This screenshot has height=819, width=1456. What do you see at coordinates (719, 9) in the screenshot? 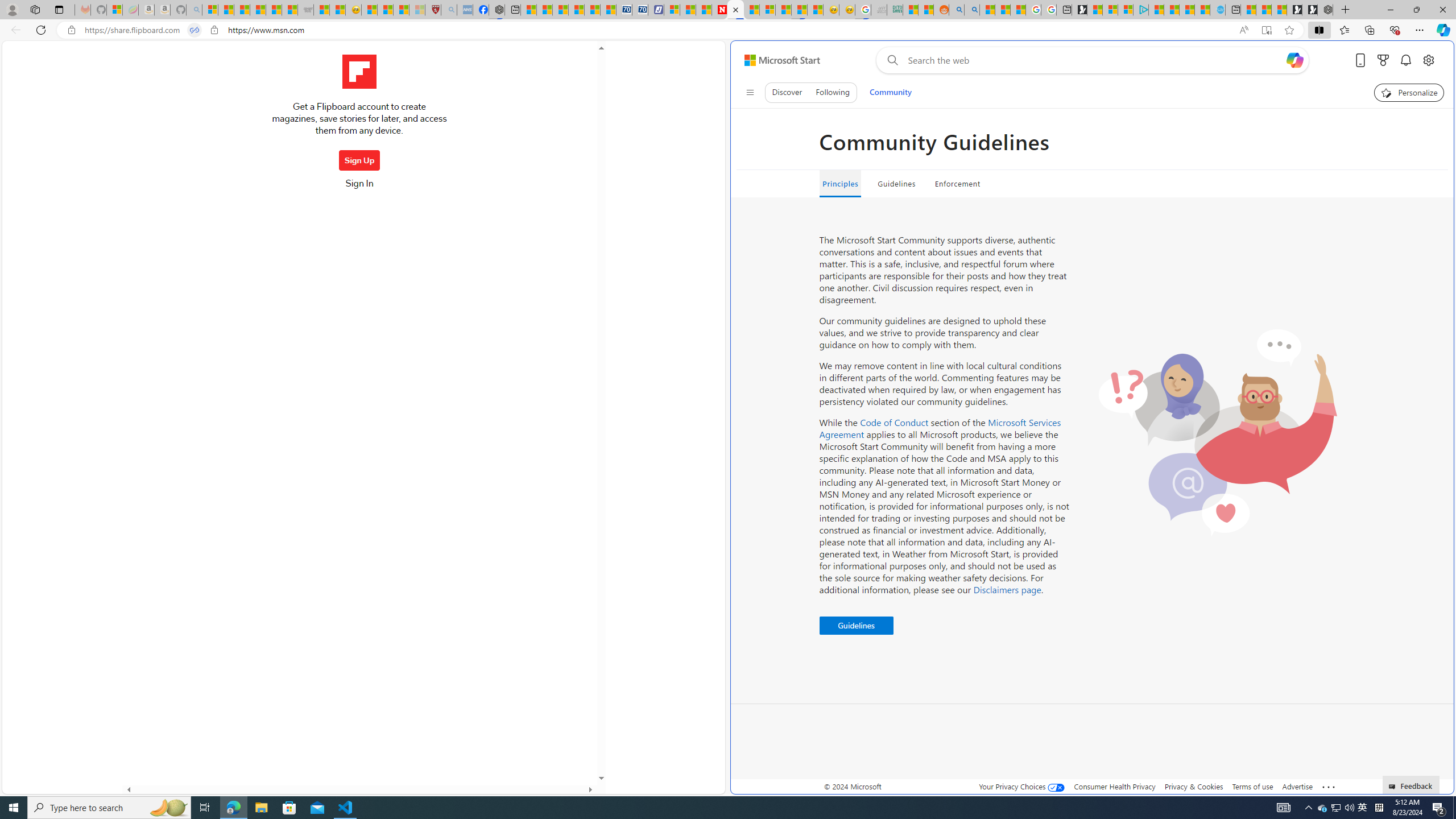
I see `'Newsweek - News, Analysis, Politics, Business, Technology'` at bounding box center [719, 9].